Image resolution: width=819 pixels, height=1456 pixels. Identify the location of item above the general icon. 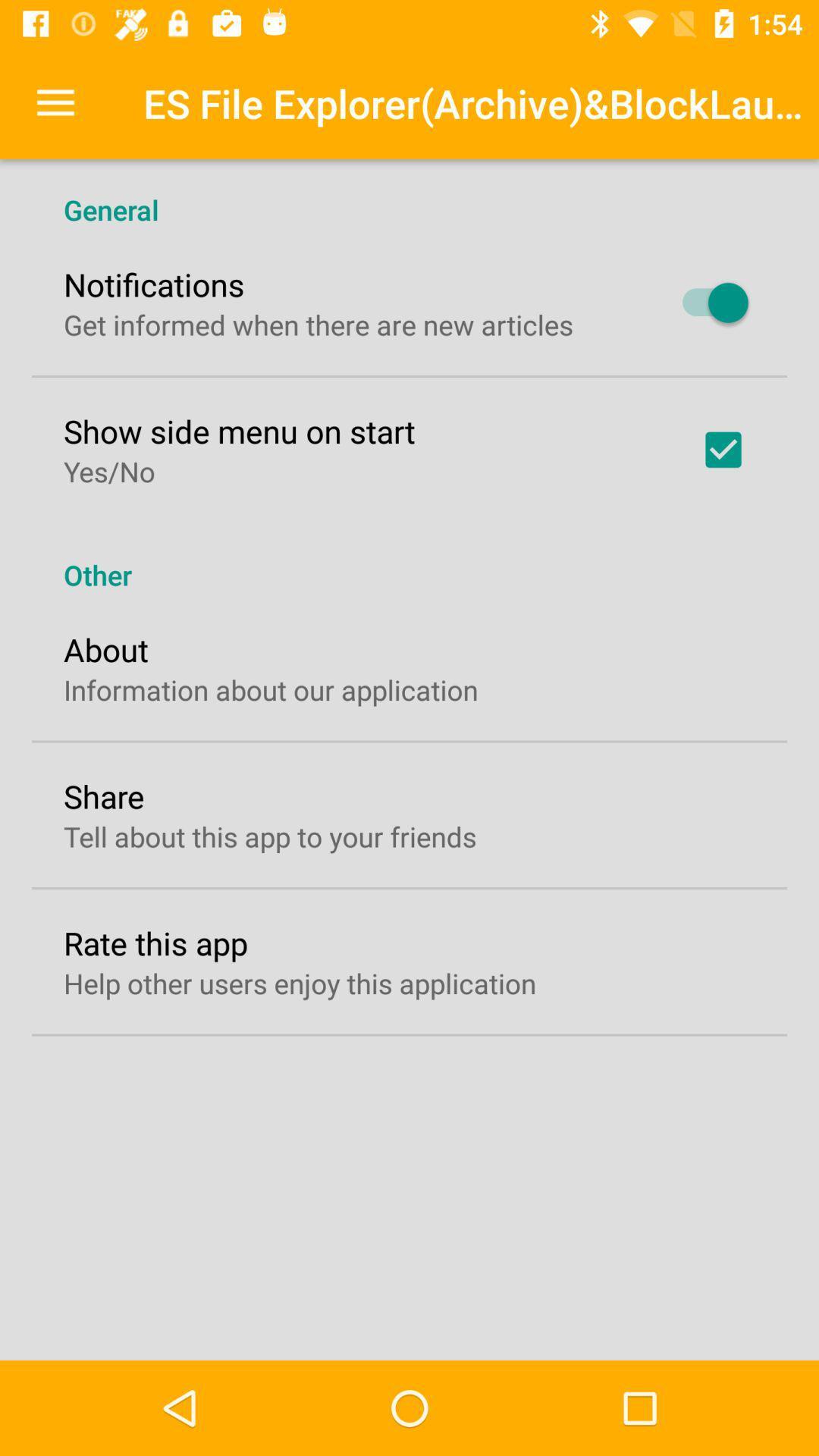
(55, 102).